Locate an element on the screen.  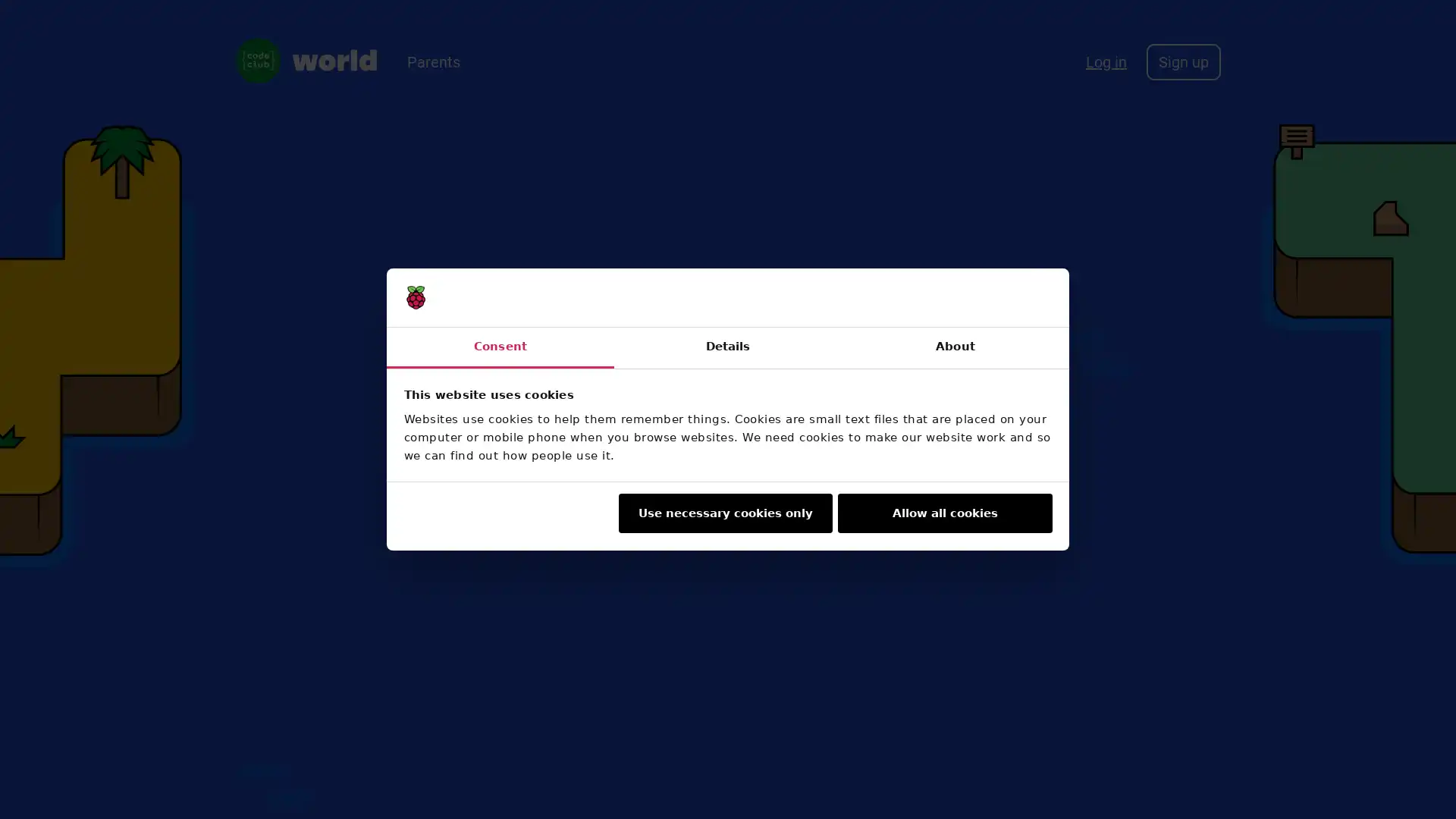
Sign up is located at coordinates (1182, 61).